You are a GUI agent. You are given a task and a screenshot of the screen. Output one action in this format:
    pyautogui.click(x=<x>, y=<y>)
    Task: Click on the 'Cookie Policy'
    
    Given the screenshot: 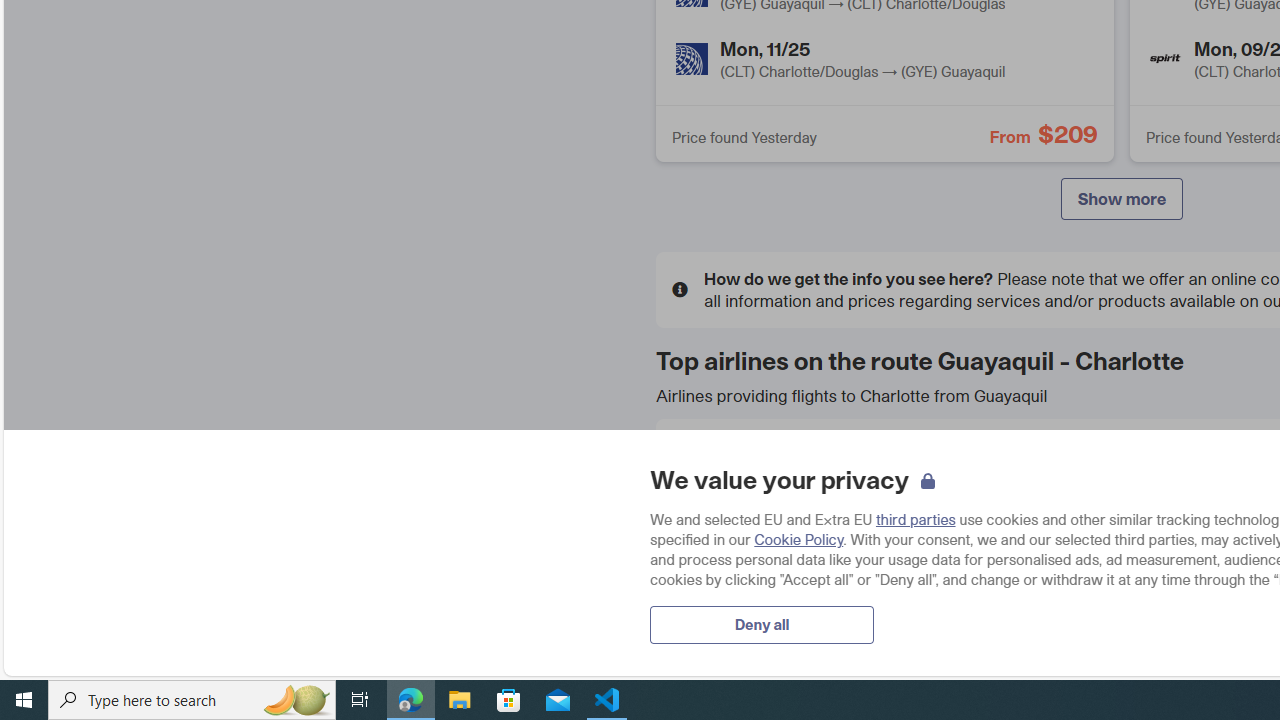 What is the action you would take?
    pyautogui.click(x=797, y=538)
    